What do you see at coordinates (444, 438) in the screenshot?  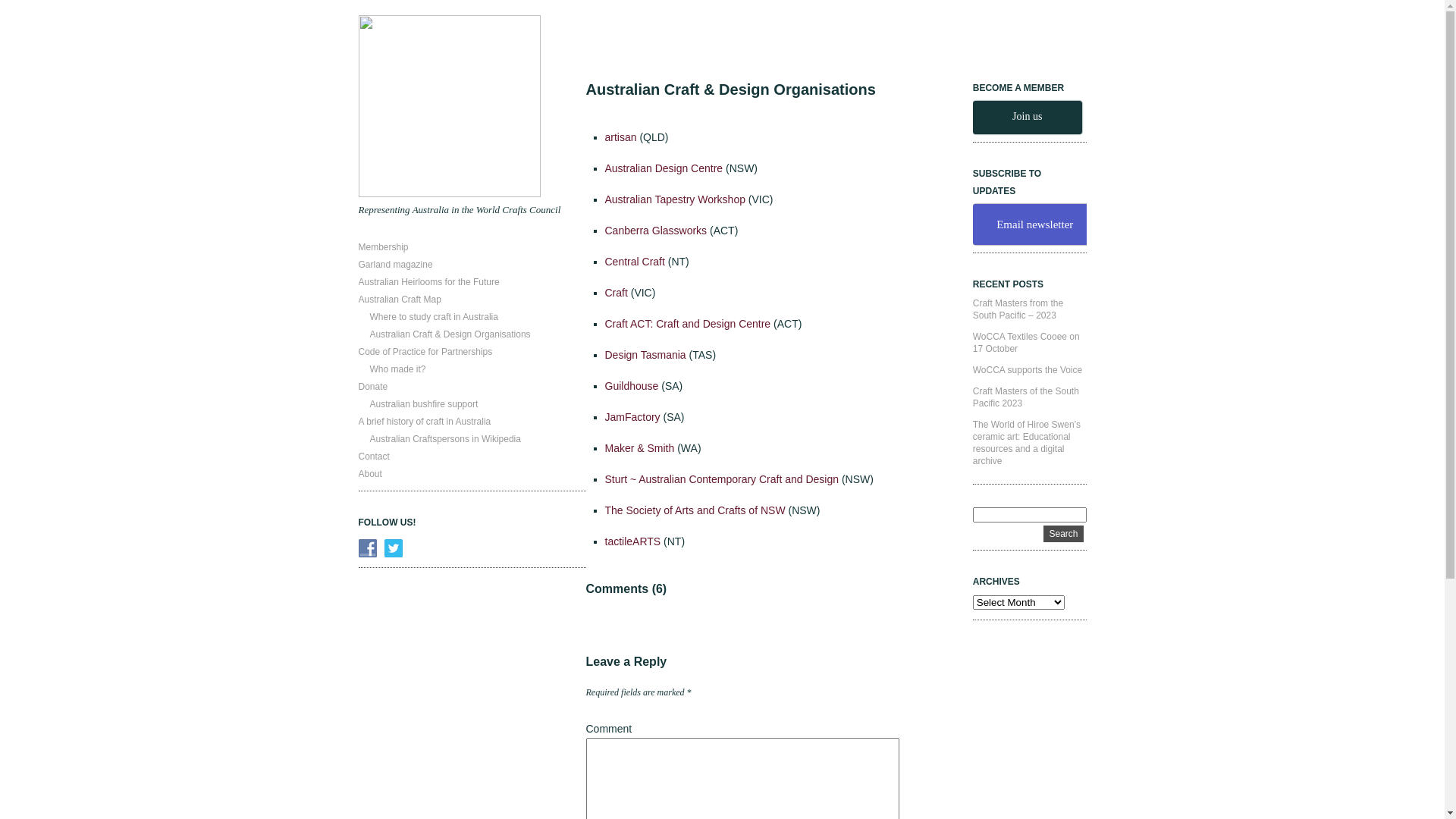 I see `'Australian Craftspersons in Wikipedia'` at bounding box center [444, 438].